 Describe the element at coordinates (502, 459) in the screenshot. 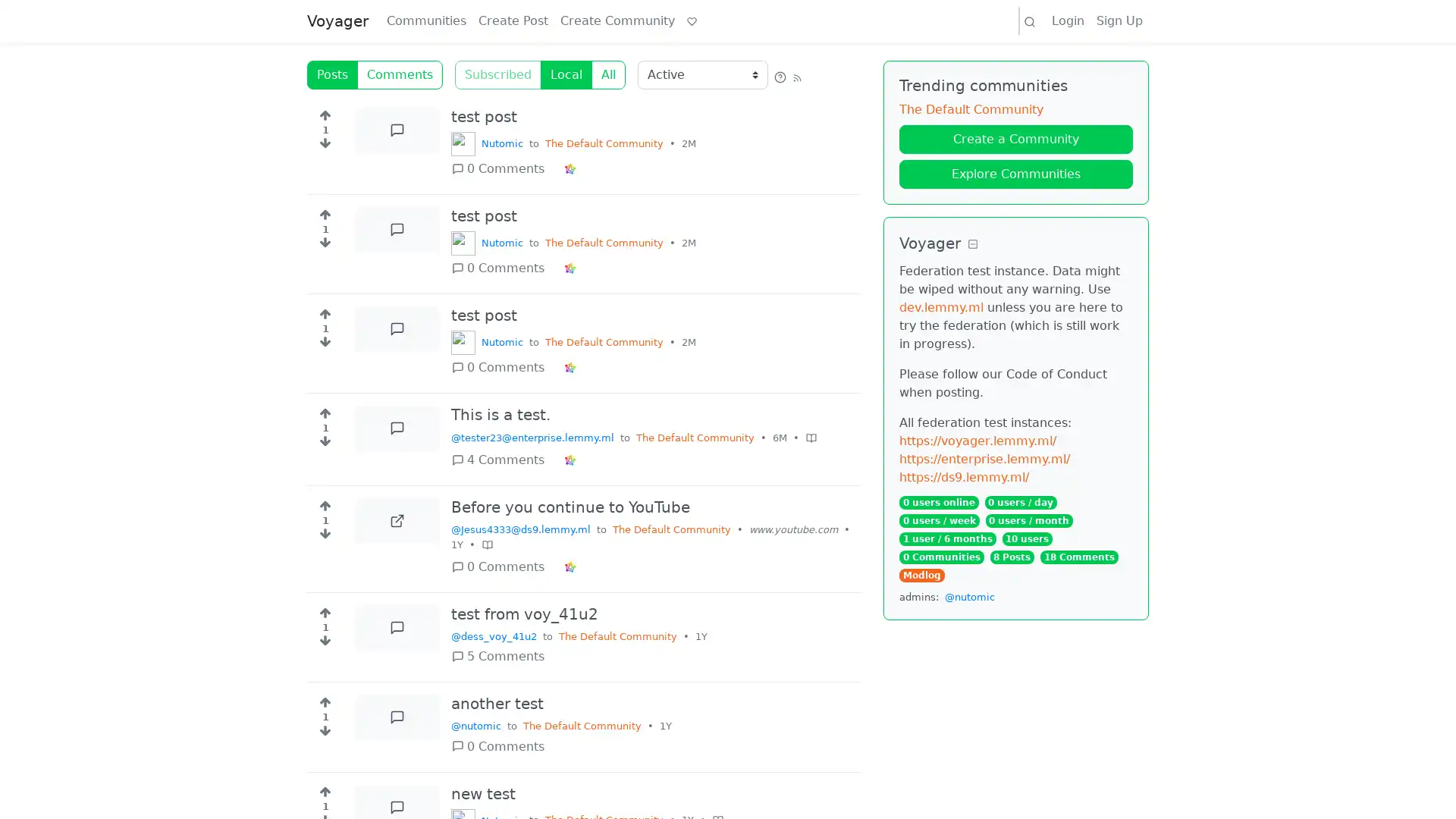

I see `4 Comments` at that location.